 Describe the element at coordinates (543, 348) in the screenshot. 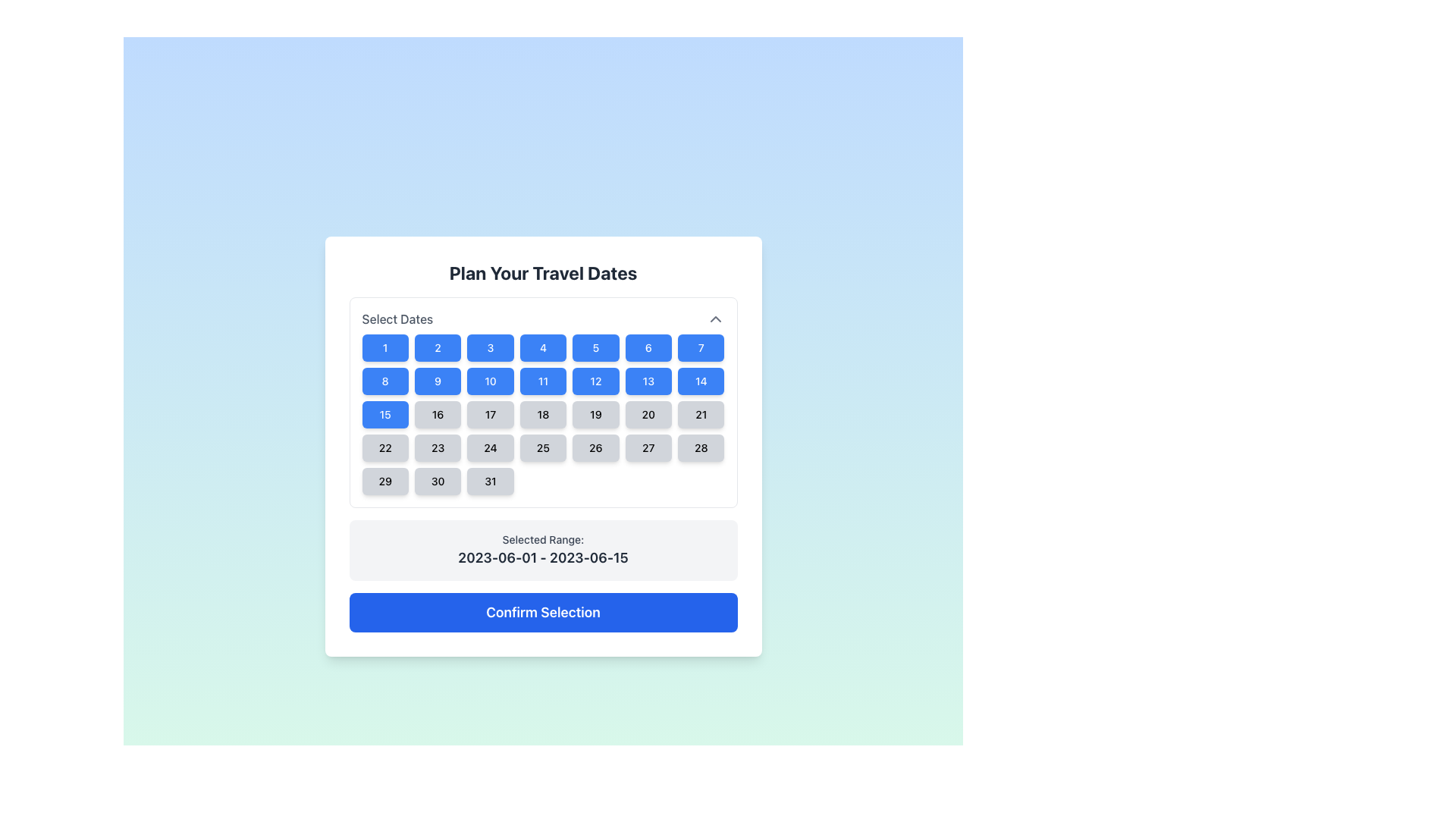

I see `the button for selecting the number '4' in the calendar interface, located in the first row of the grid under 'Plan Your Travel Dates'` at that location.